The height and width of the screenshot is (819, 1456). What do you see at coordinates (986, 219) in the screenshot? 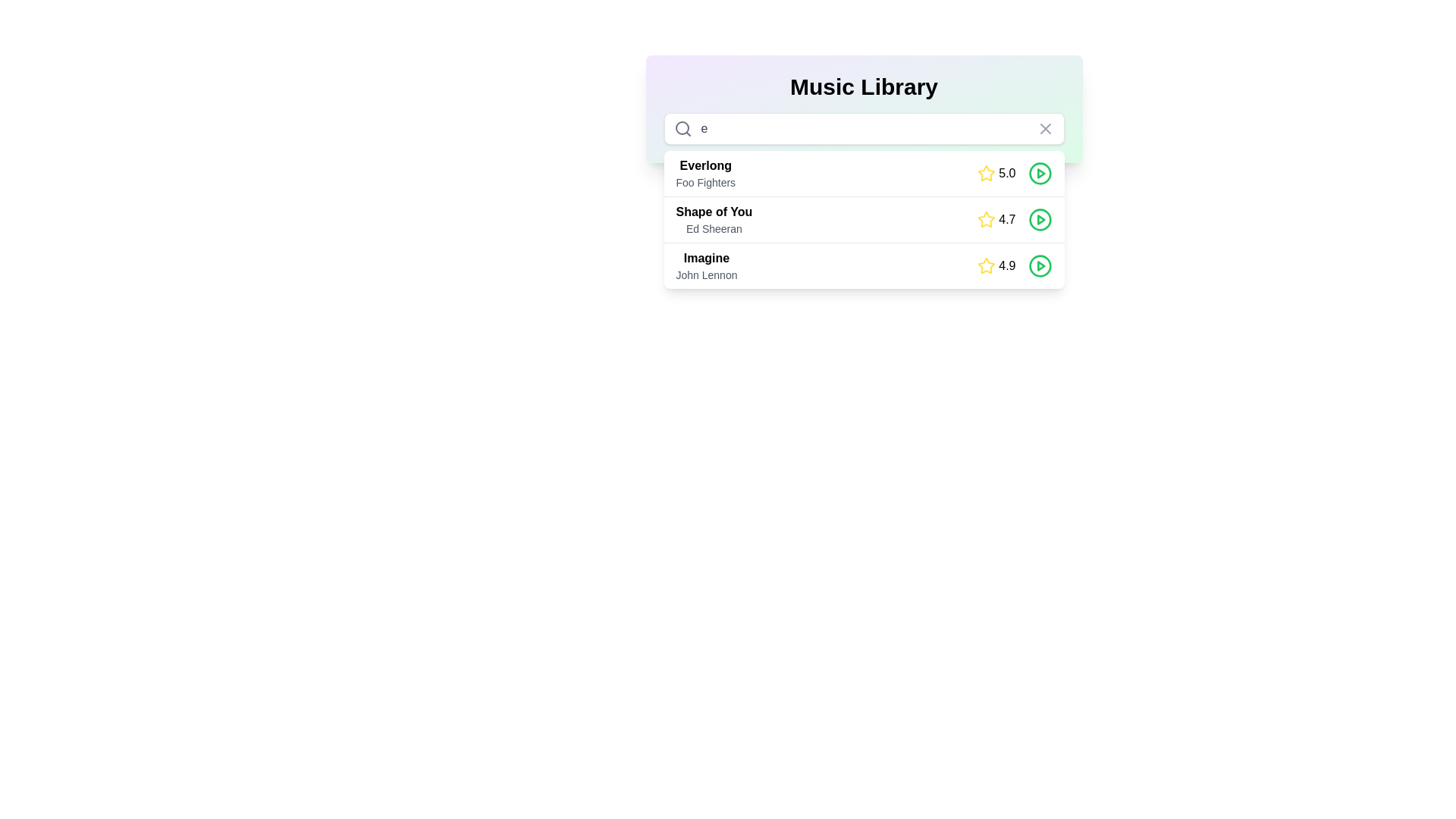
I see `the star icon located at the right side of the second row in the music library interface to rate it` at bounding box center [986, 219].